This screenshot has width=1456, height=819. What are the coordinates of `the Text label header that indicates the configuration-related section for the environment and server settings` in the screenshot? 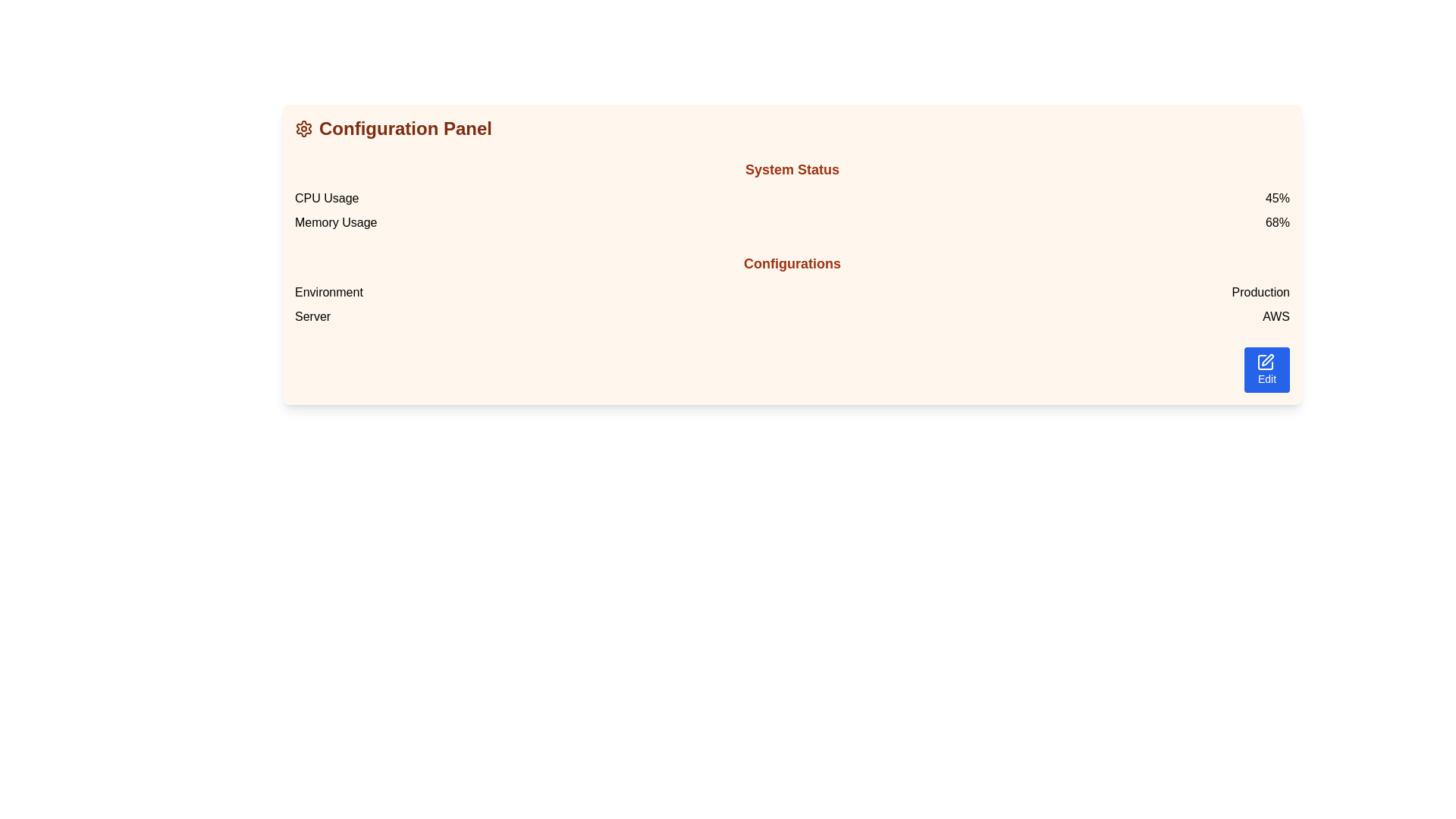 It's located at (792, 262).